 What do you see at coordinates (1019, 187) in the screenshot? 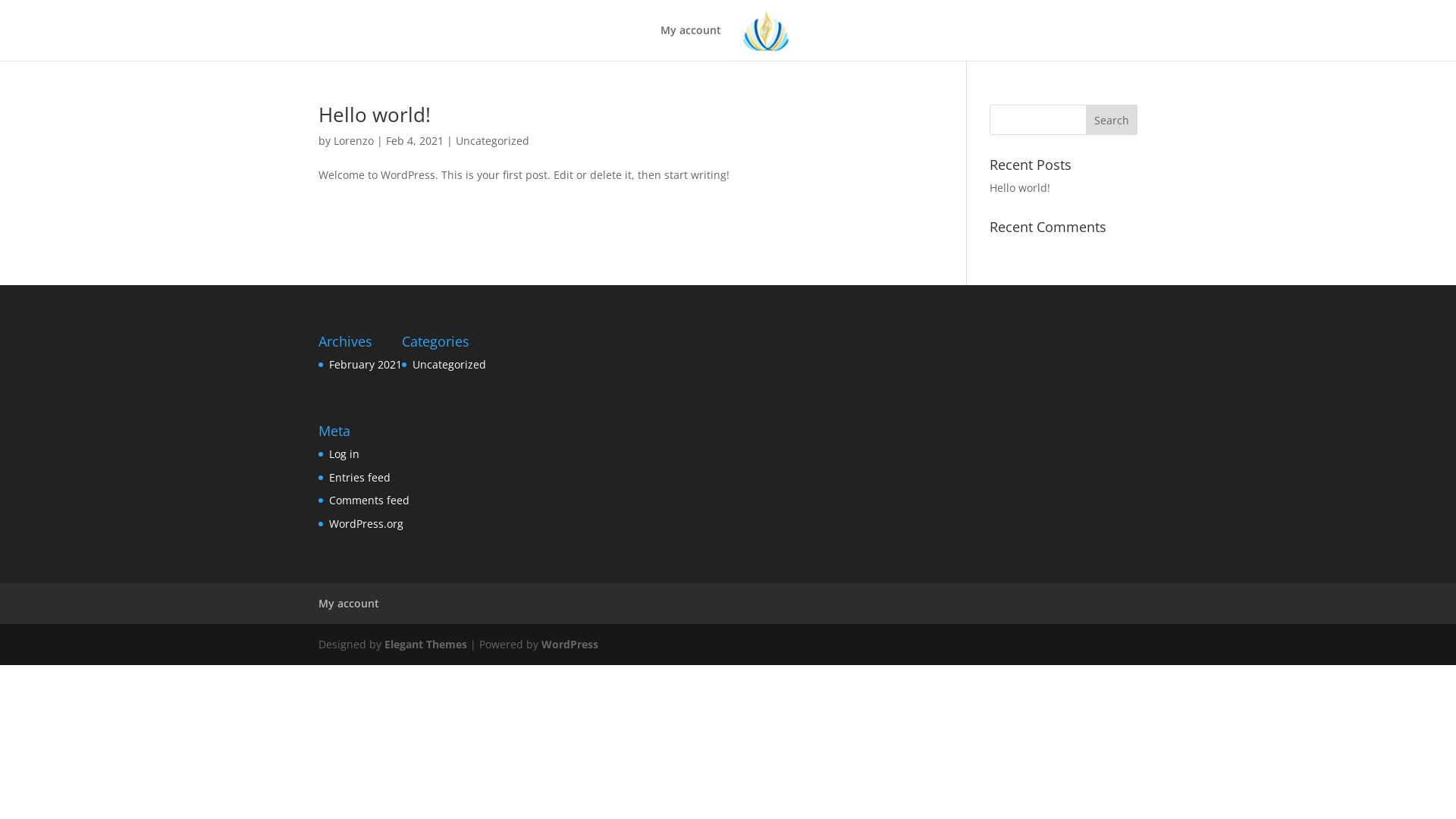
I see `'Hello world!'` at bounding box center [1019, 187].